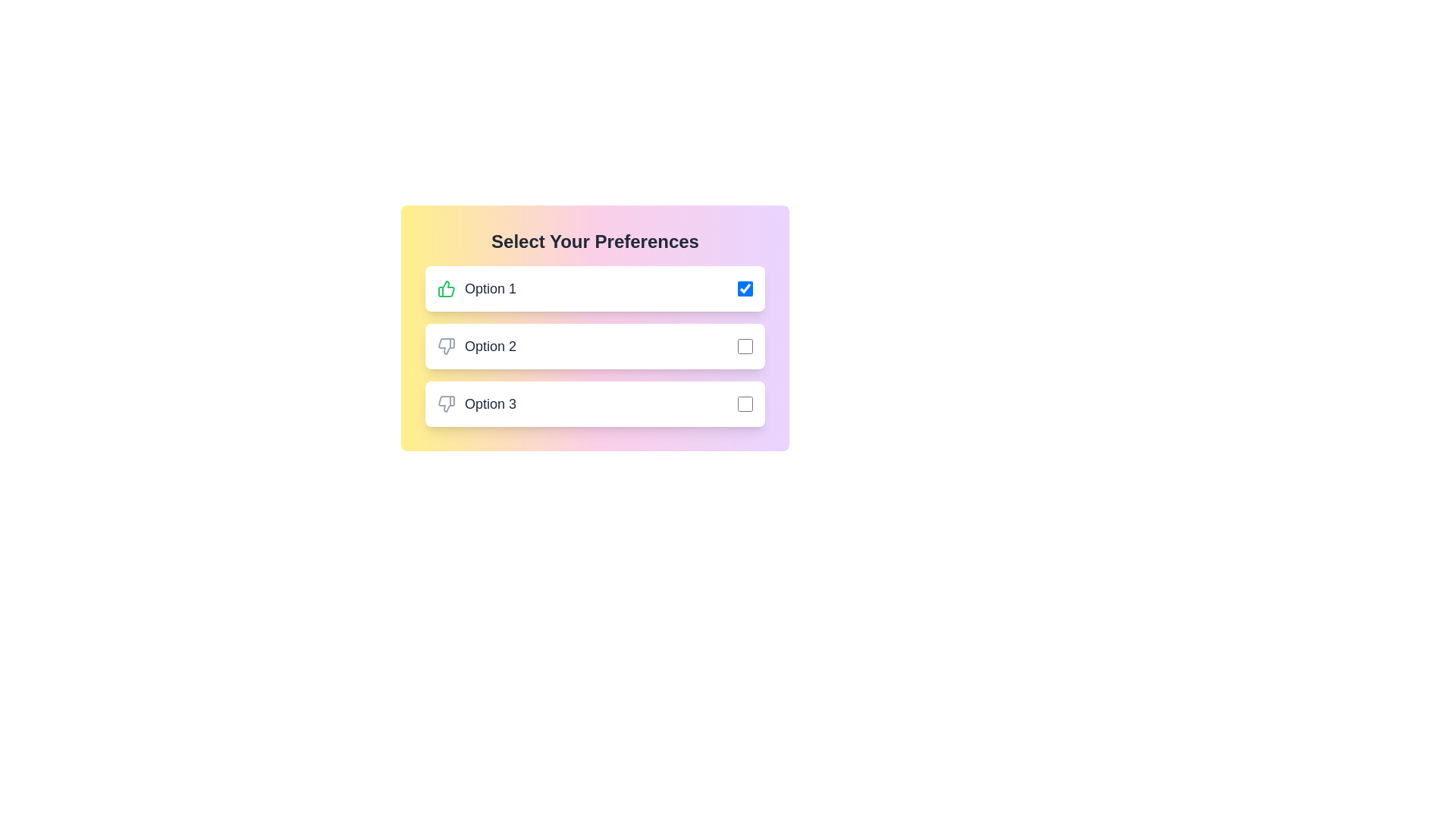 This screenshot has height=819, width=1456. Describe the element at coordinates (595, 346) in the screenshot. I see `the checkbox of the second option selection item located between 'Option 1' and 'Option 3'` at that location.